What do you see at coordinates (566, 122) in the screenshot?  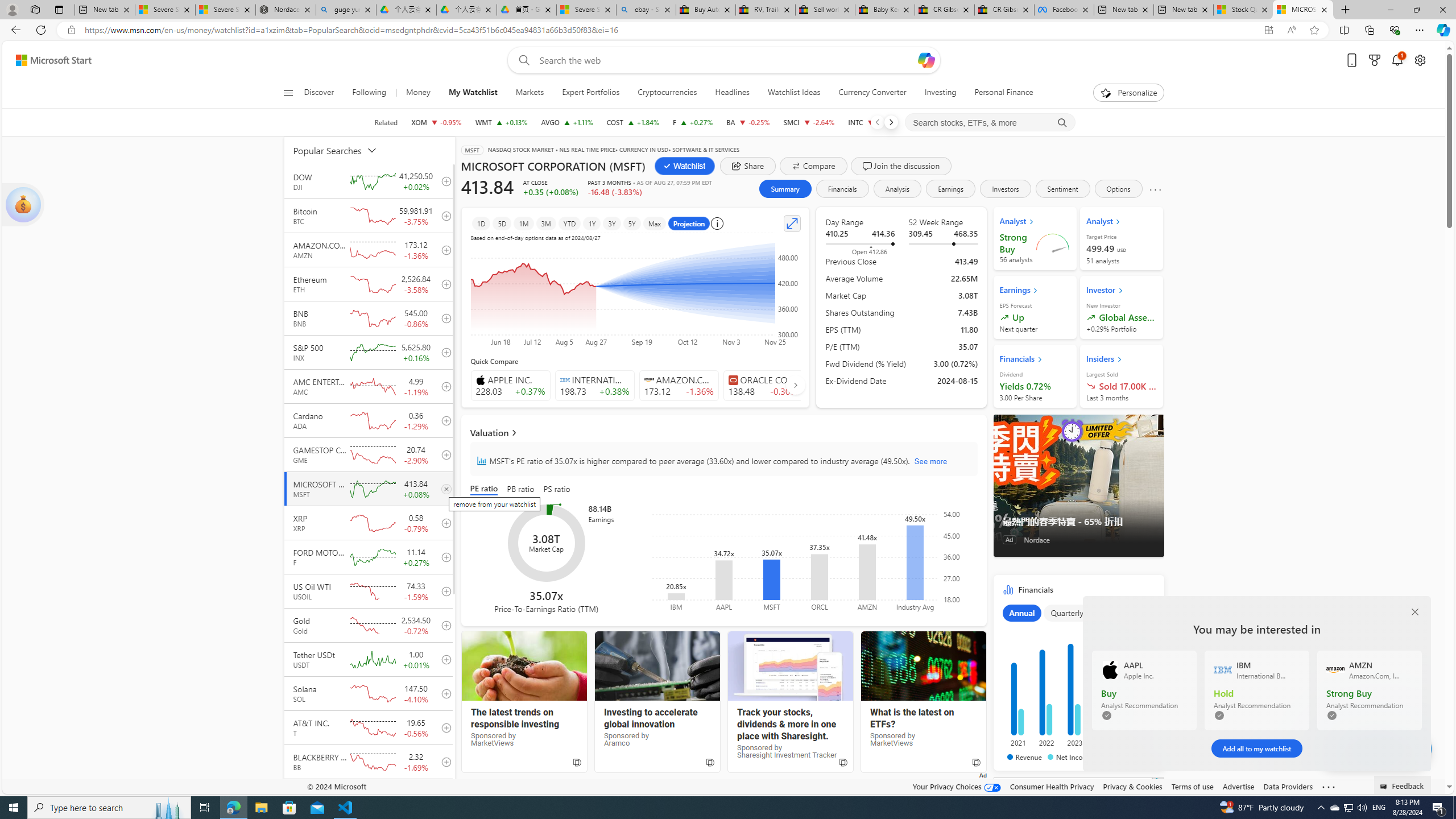 I see `'AVGO Broadcom Inc. increase 161.39 +1.77 +1.11%'` at bounding box center [566, 122].